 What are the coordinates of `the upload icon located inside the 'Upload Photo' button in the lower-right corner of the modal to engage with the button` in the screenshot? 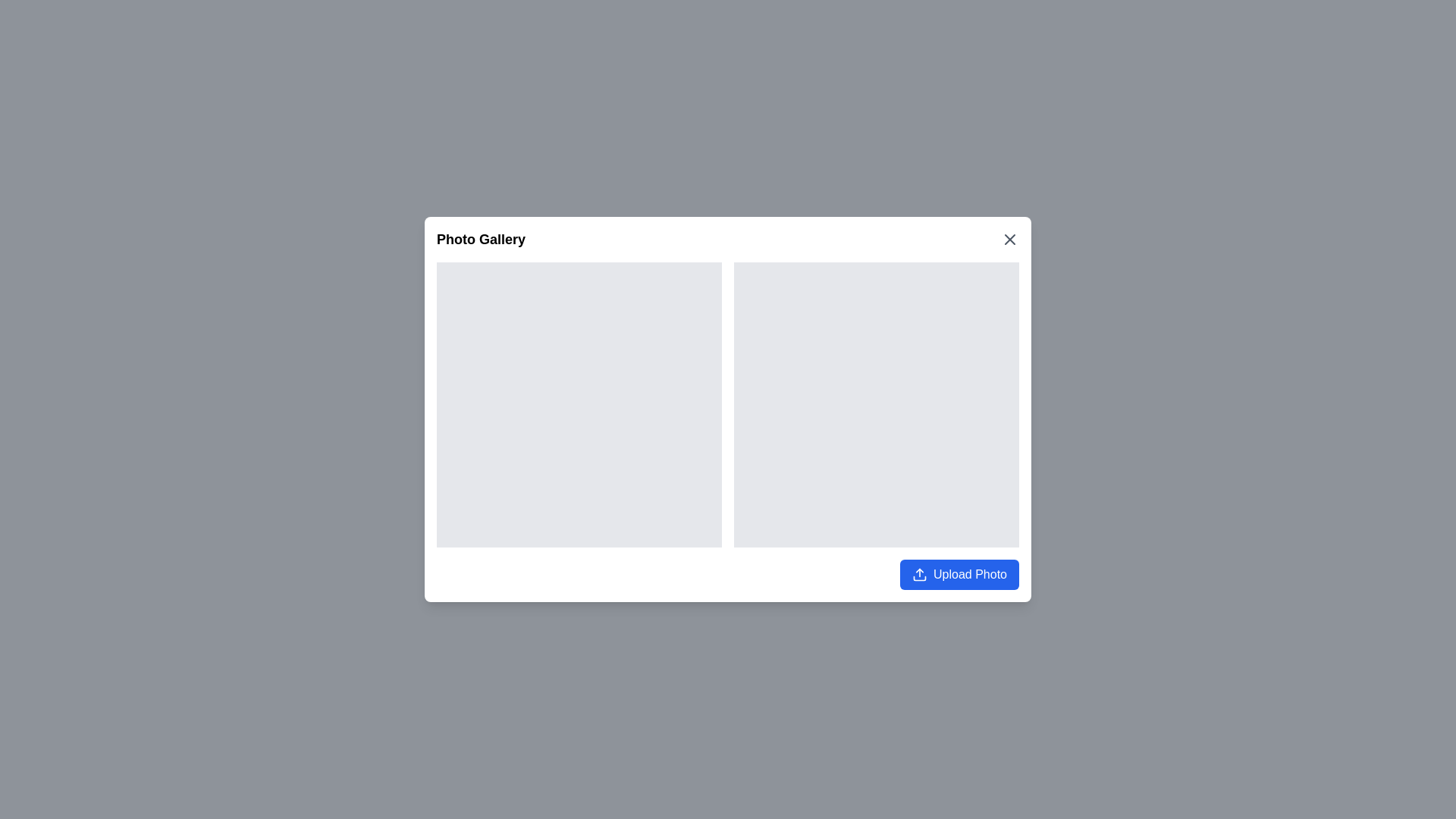 It's located at (919, 575).